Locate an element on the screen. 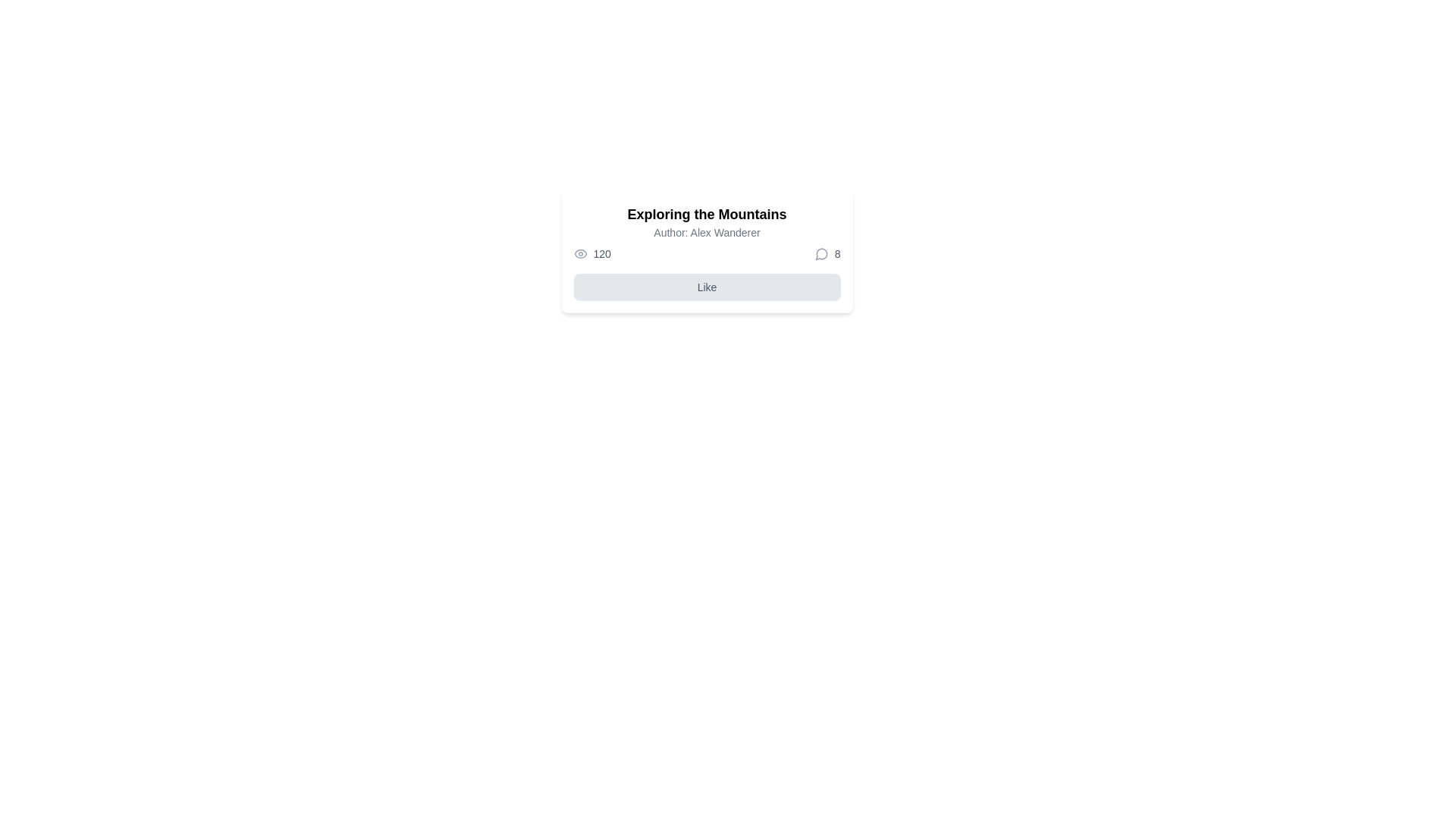 This screenshot has width=1456, height=819. the Text label displaying the number '120' in gray color, located near an eye icon on the left side, indicating a view count is located at coordinates (601, 253).